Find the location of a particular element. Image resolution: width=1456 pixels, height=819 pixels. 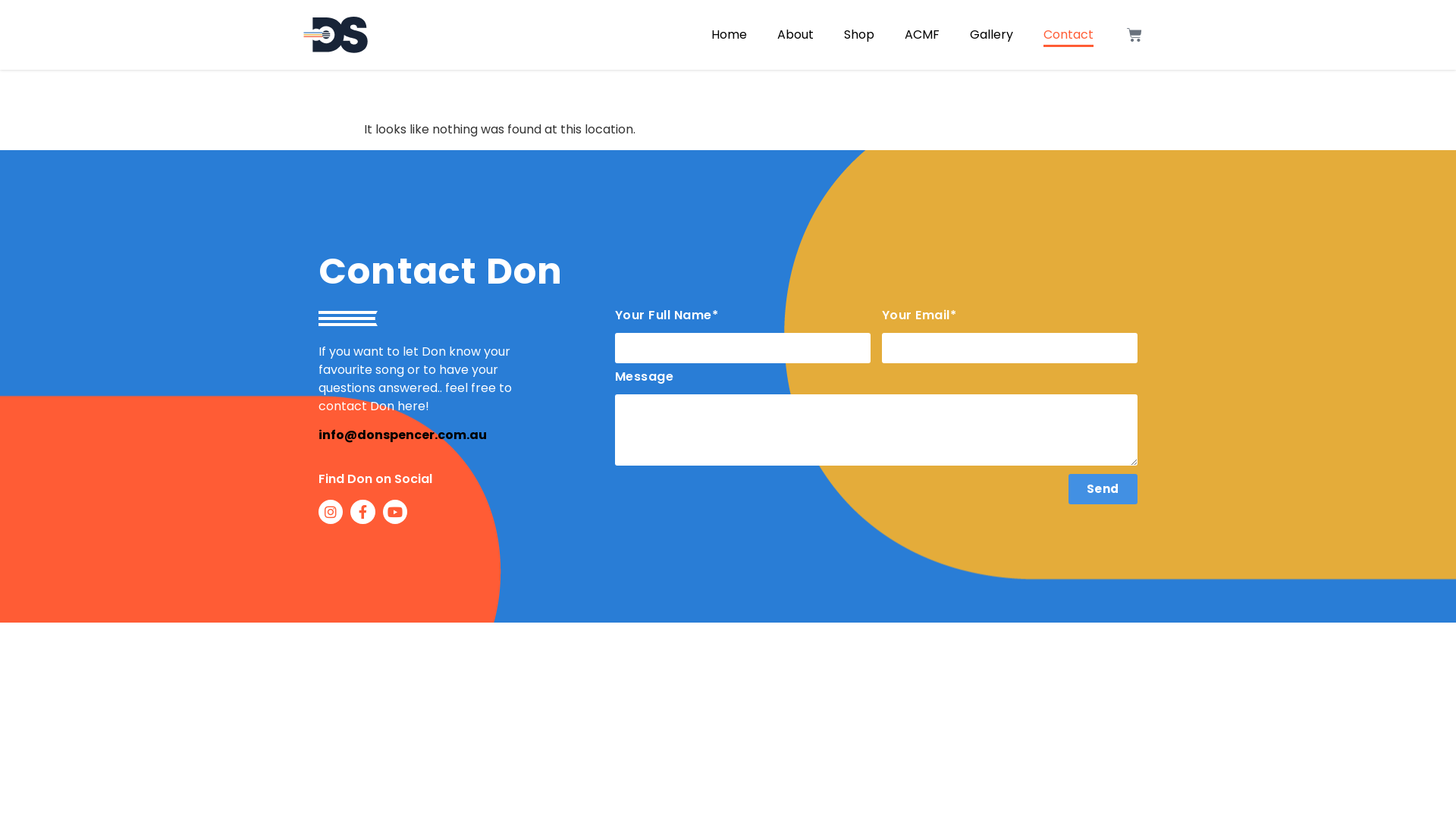

'Home' is located at coordinates (729, 34).